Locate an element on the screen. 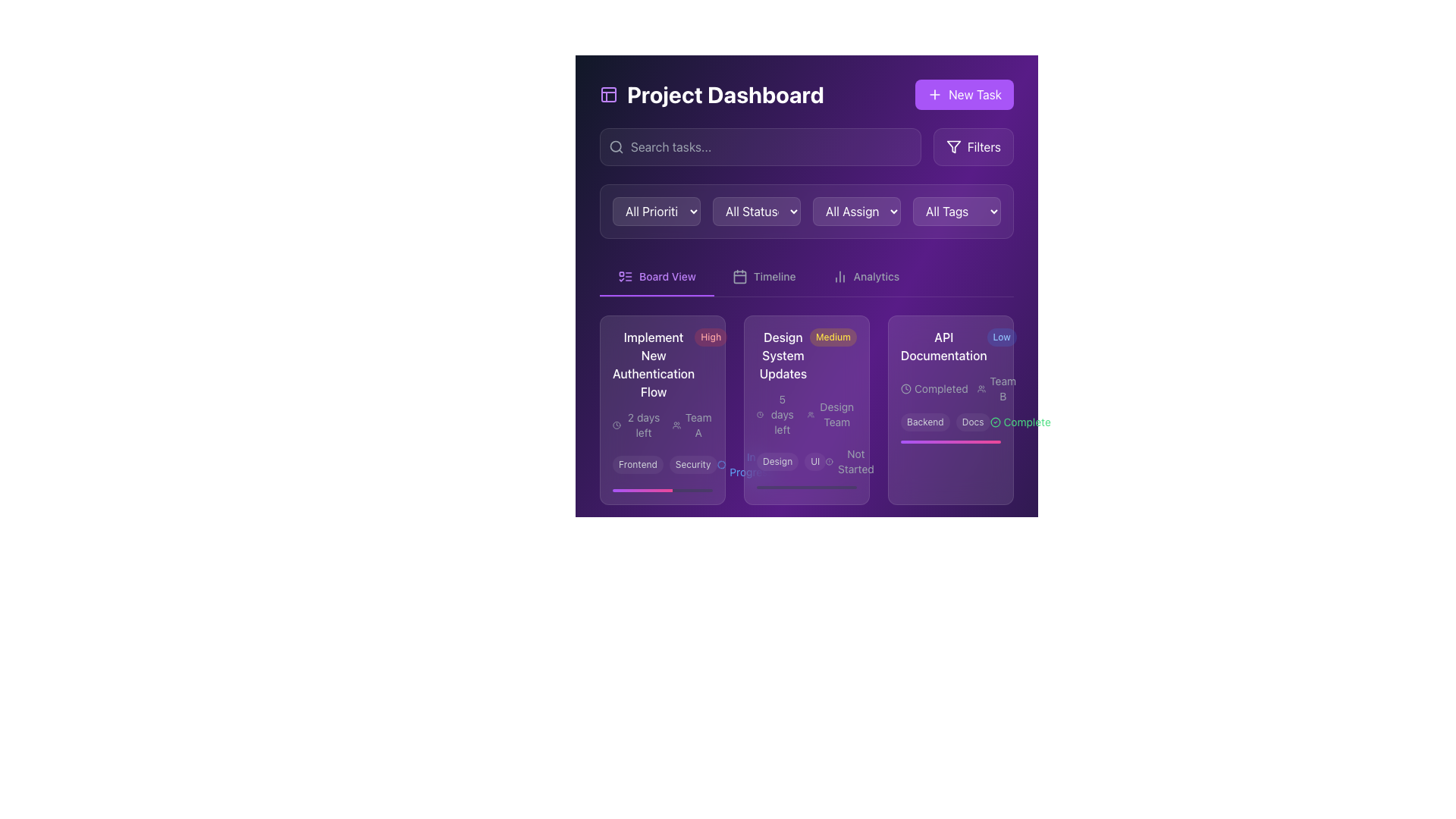 This screenshot has width=1456, height=819. the Tag group element located above the progress indicator bar in the task card titled 'Implement New Authentication Flow' is located at coordinates (664, 464).